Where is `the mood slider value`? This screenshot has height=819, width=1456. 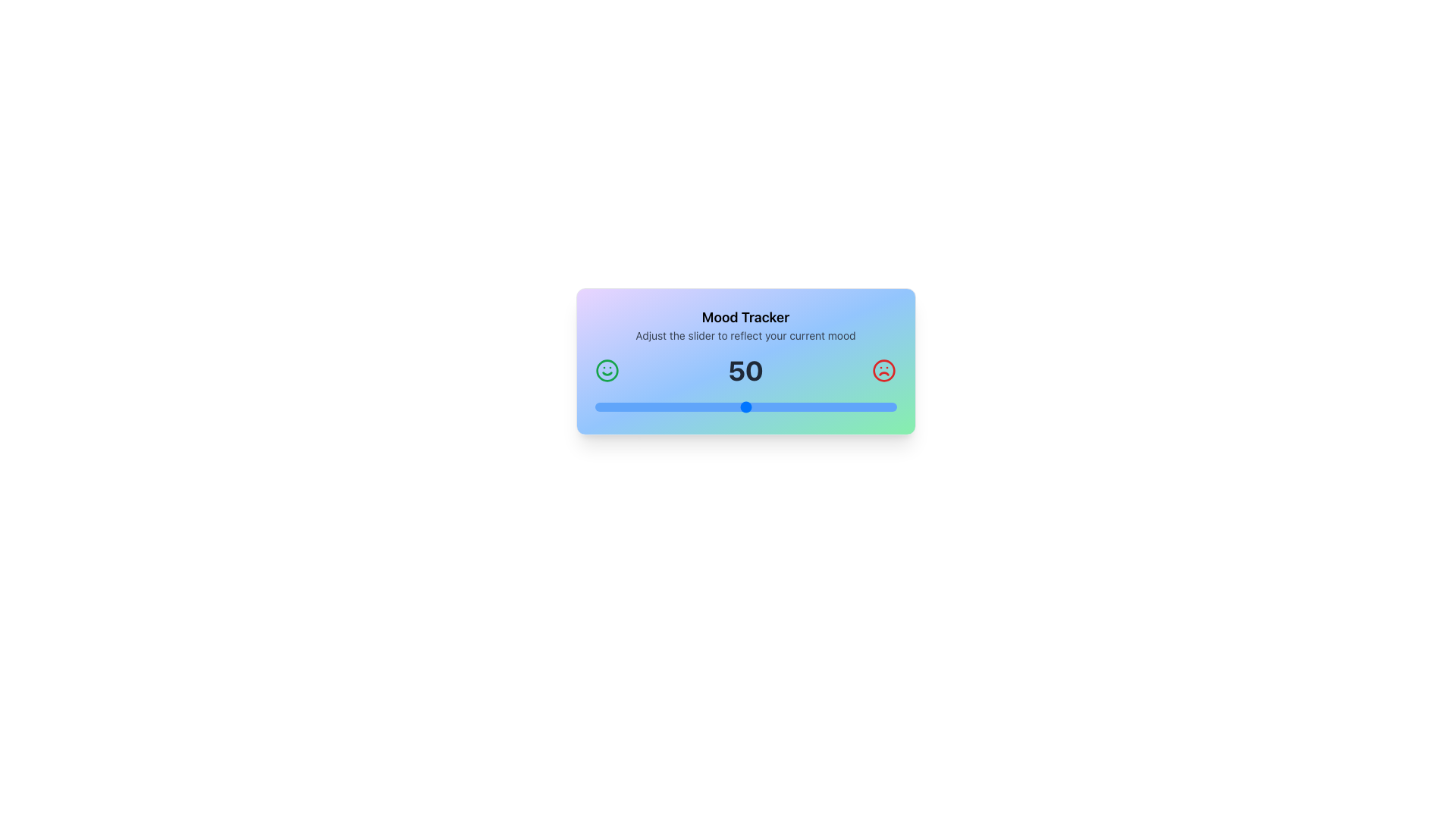 the mood slider value is located at coordinates (708, 406).